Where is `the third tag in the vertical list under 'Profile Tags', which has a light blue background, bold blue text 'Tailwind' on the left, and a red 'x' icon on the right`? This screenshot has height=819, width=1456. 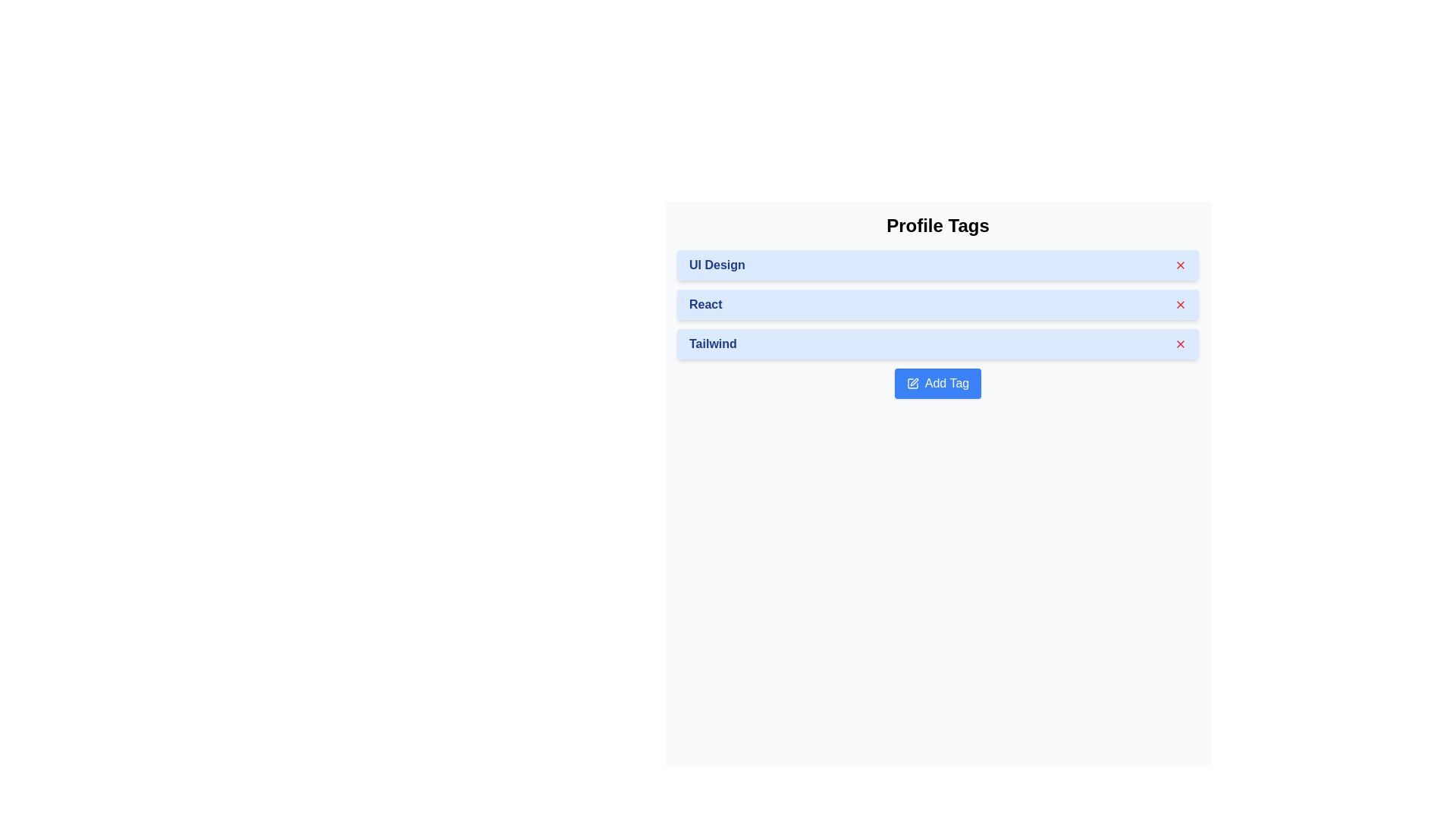
the third tag in the vertical list under 'Profile Tags', which has a light blue background, bold blue text 'Tailwind' on the left, and a red 'x' icon on the right is located at coordinates (937, 344).